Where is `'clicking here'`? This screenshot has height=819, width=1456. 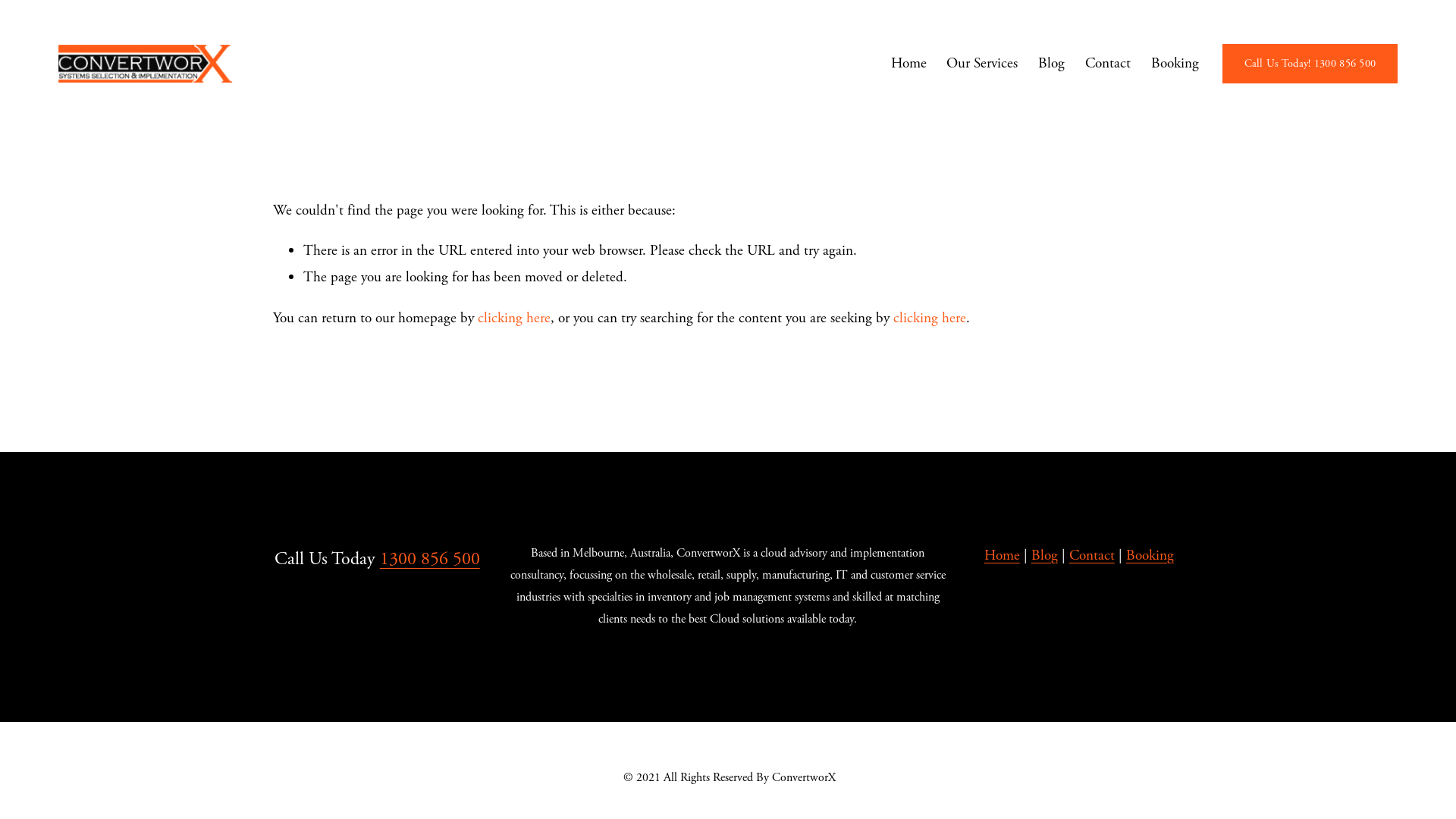 'clicking here' is located at coordinates (893, 317).